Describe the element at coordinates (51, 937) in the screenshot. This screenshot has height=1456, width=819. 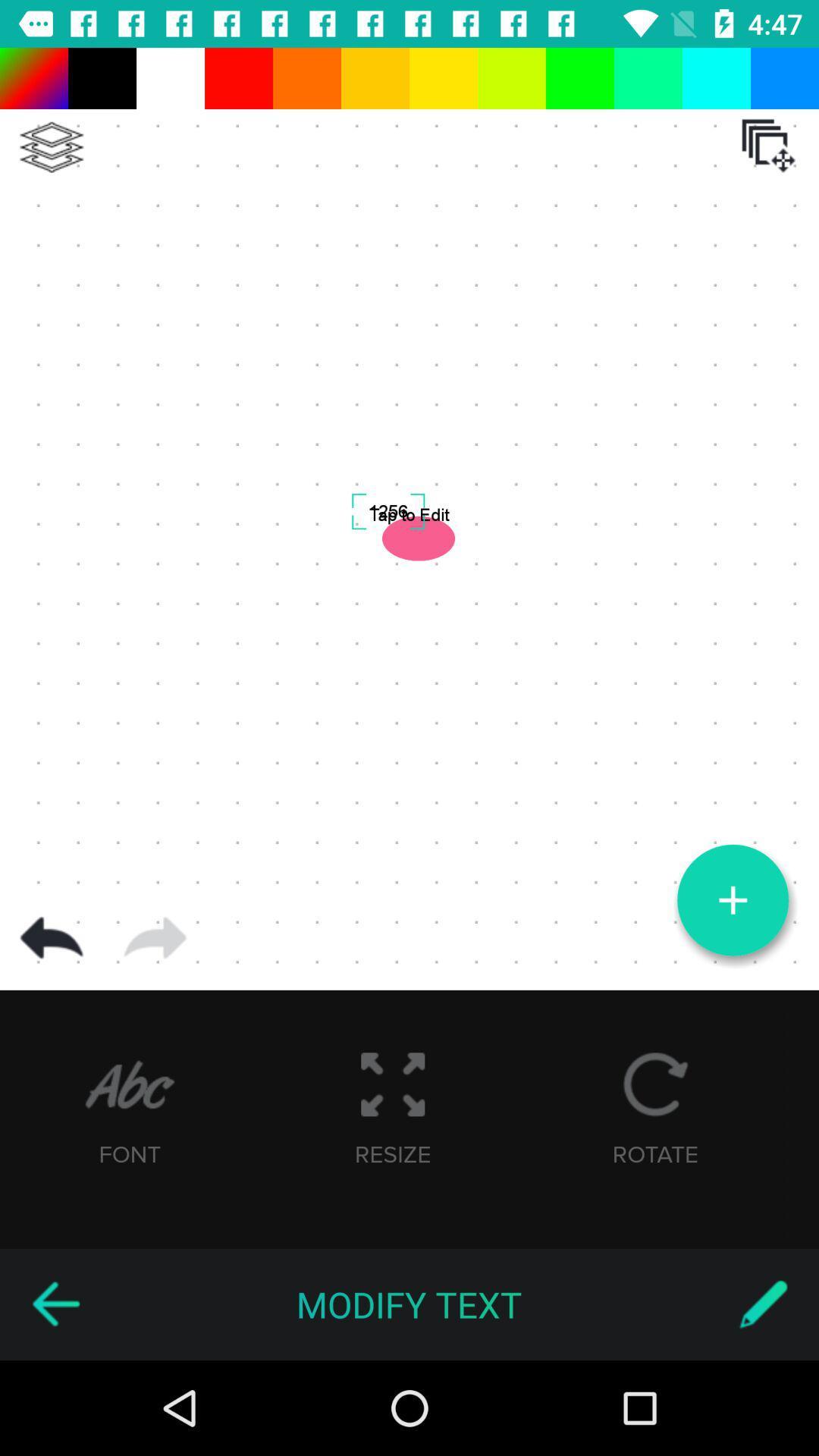
I see `the undo icon` at that location.